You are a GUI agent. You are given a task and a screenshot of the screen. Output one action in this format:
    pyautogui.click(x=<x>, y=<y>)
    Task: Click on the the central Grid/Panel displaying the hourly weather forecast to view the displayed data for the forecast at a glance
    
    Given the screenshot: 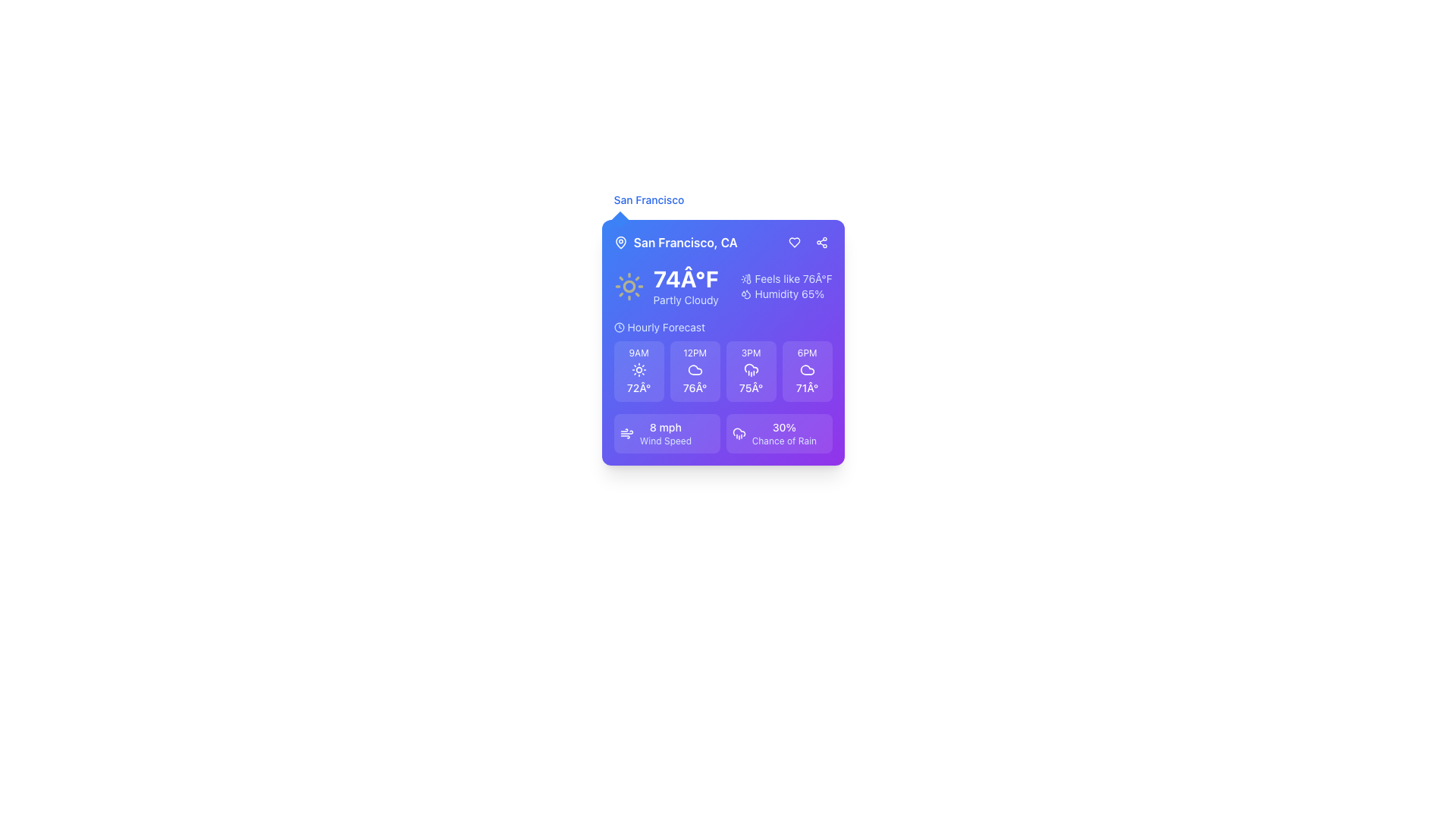 What is the action you would take?
    pyautogui.click(x=722, y=360)
    